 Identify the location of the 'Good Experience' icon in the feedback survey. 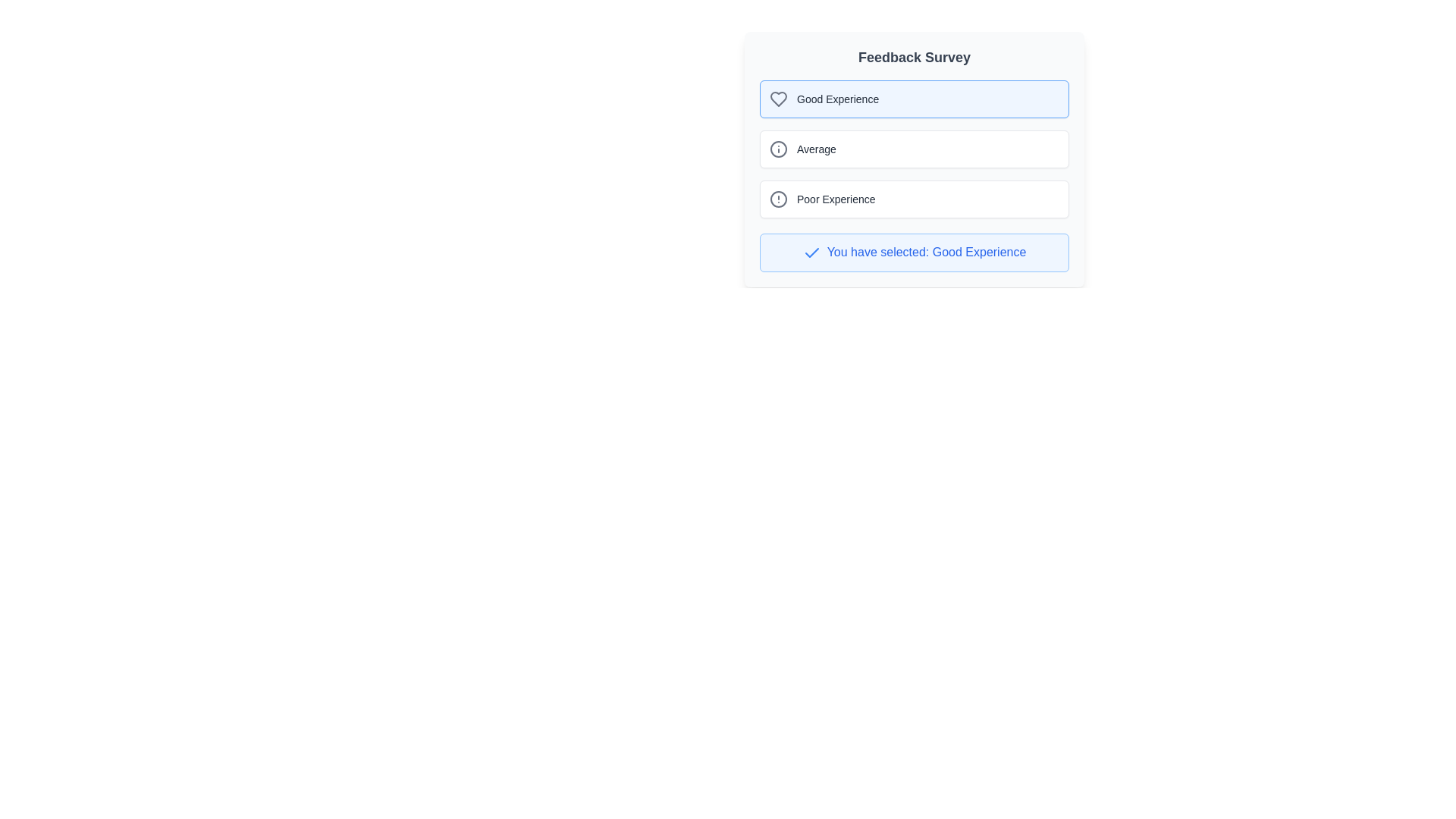
(779, 99).